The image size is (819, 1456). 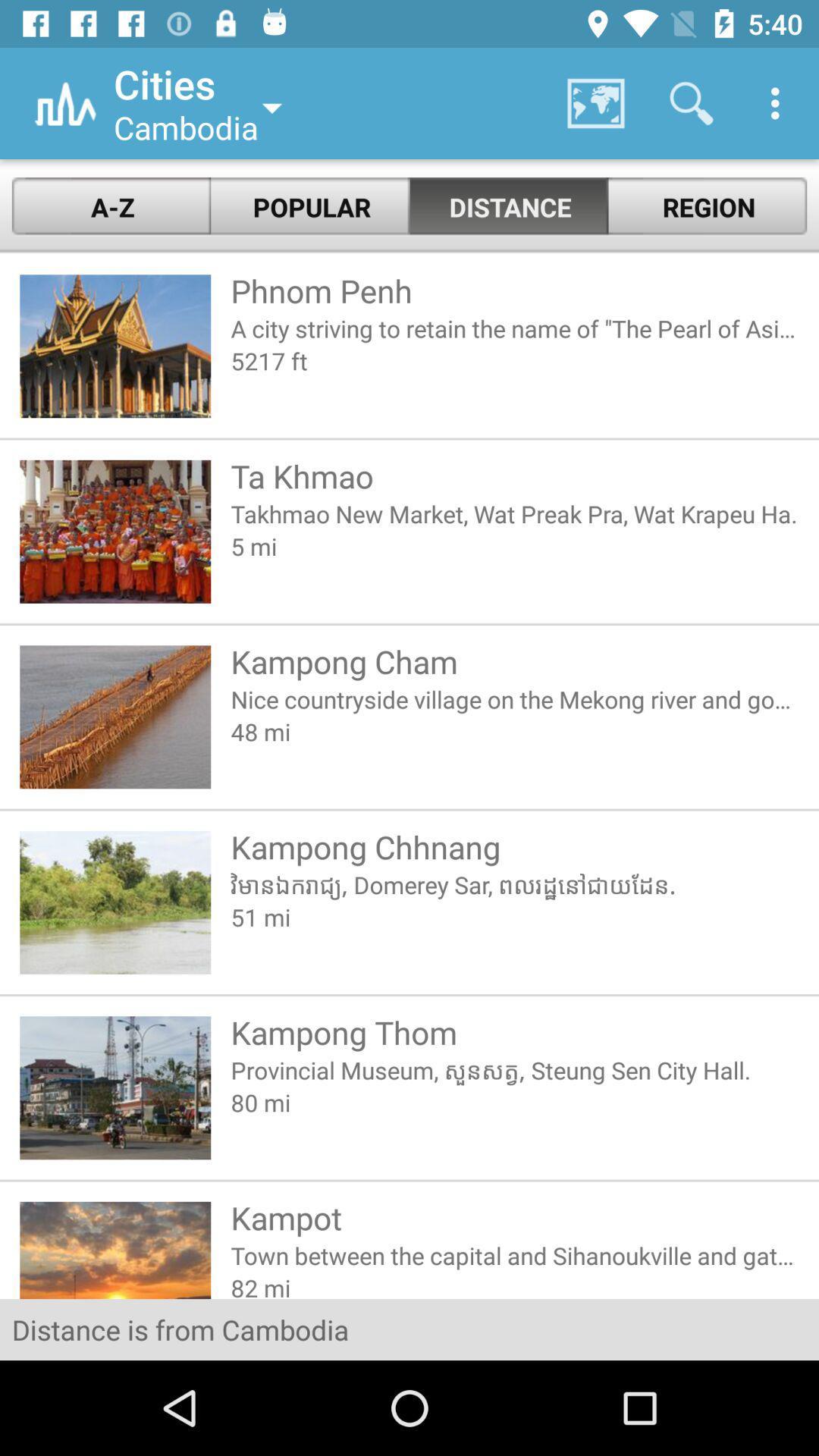 I want to click on the icon next to the popular, so click(x=110, y=206).